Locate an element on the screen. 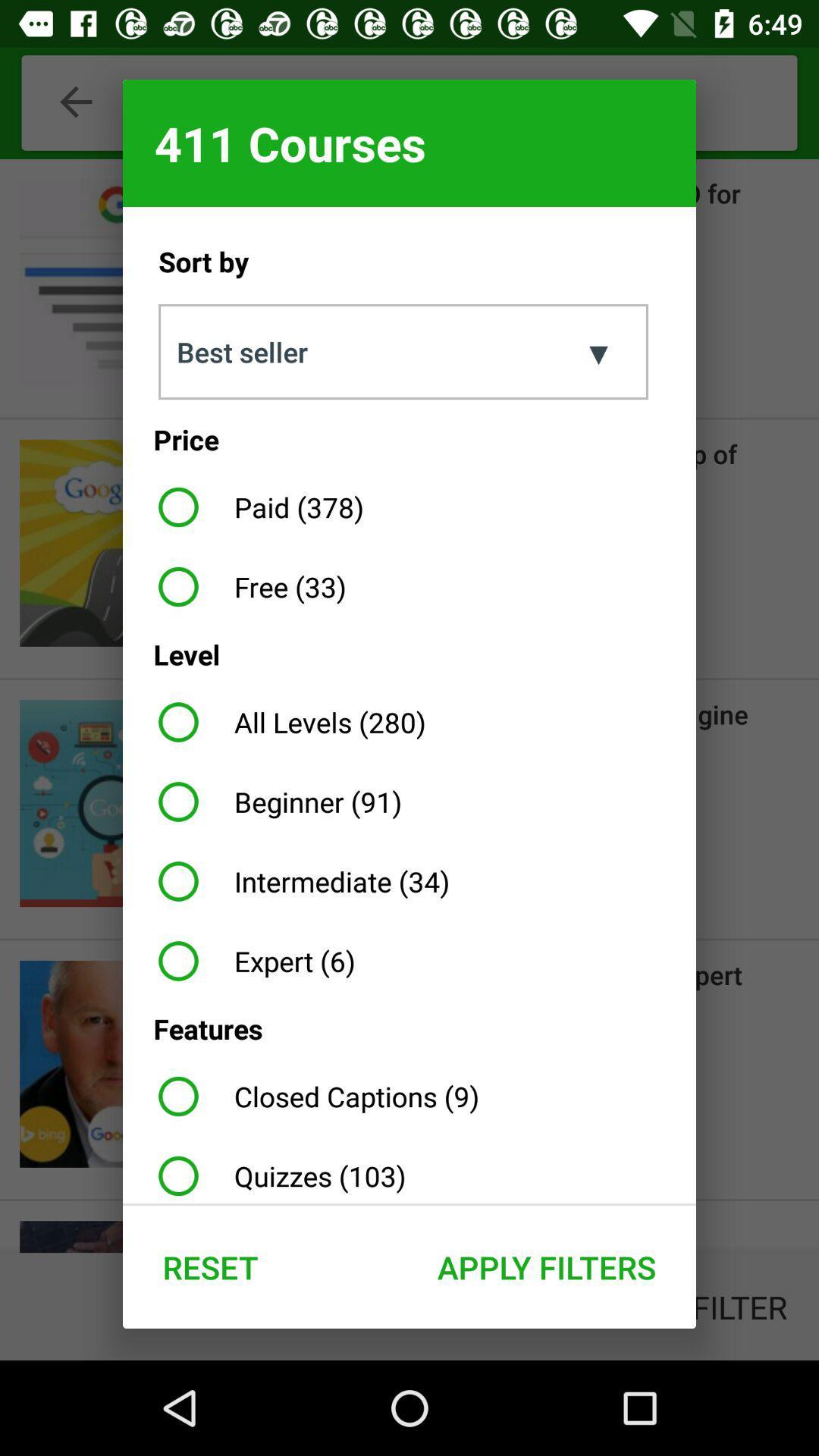 Image resolution: width=819 pixels, height=1456 pixels. the app below the features item is located at coordinates (312, 1096).